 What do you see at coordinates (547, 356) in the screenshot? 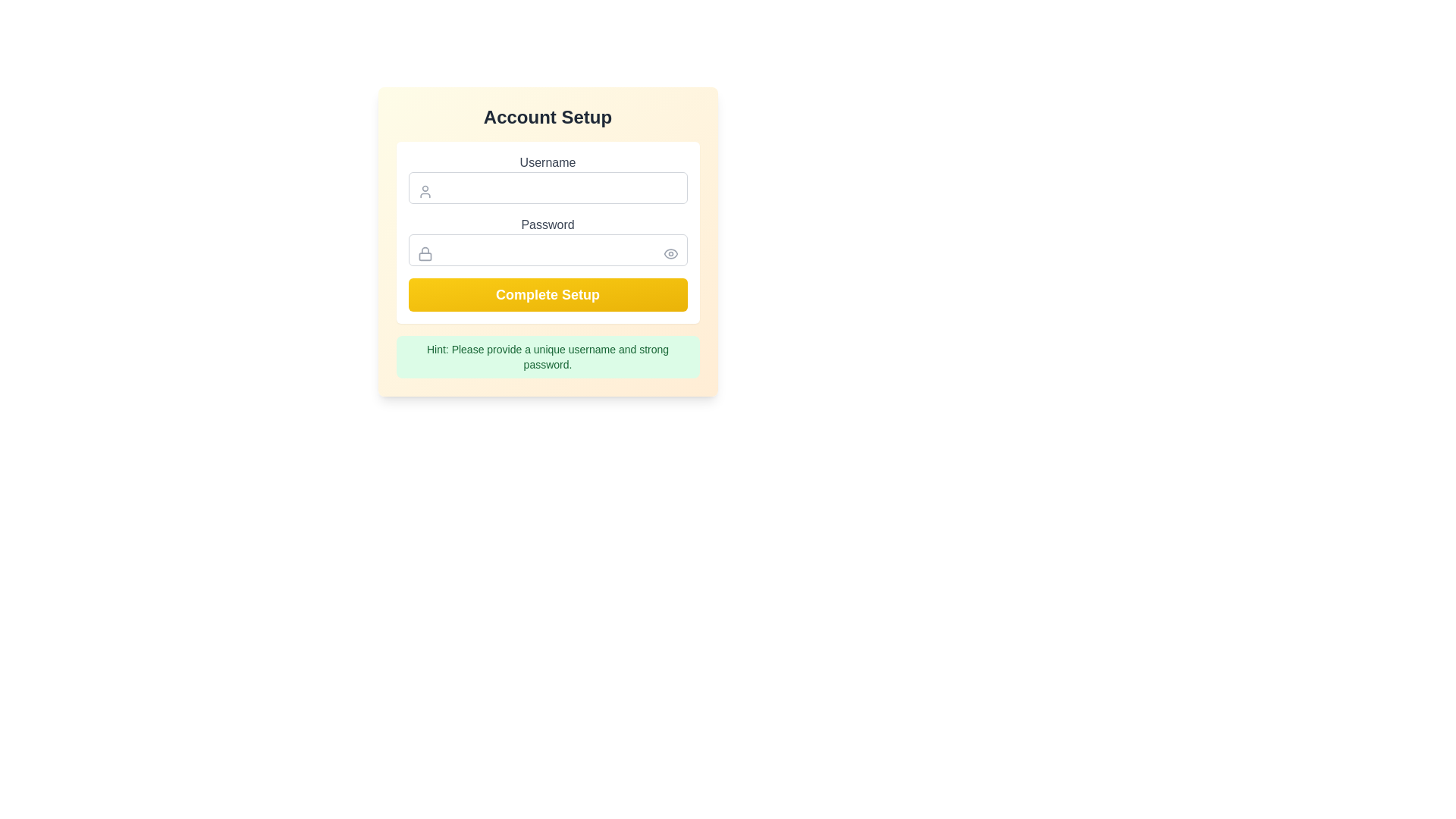
I see `the static informational text box that provides guidance for creating a username and password, located below the 'Complete Setup' button` at bounding box center [547, 356].